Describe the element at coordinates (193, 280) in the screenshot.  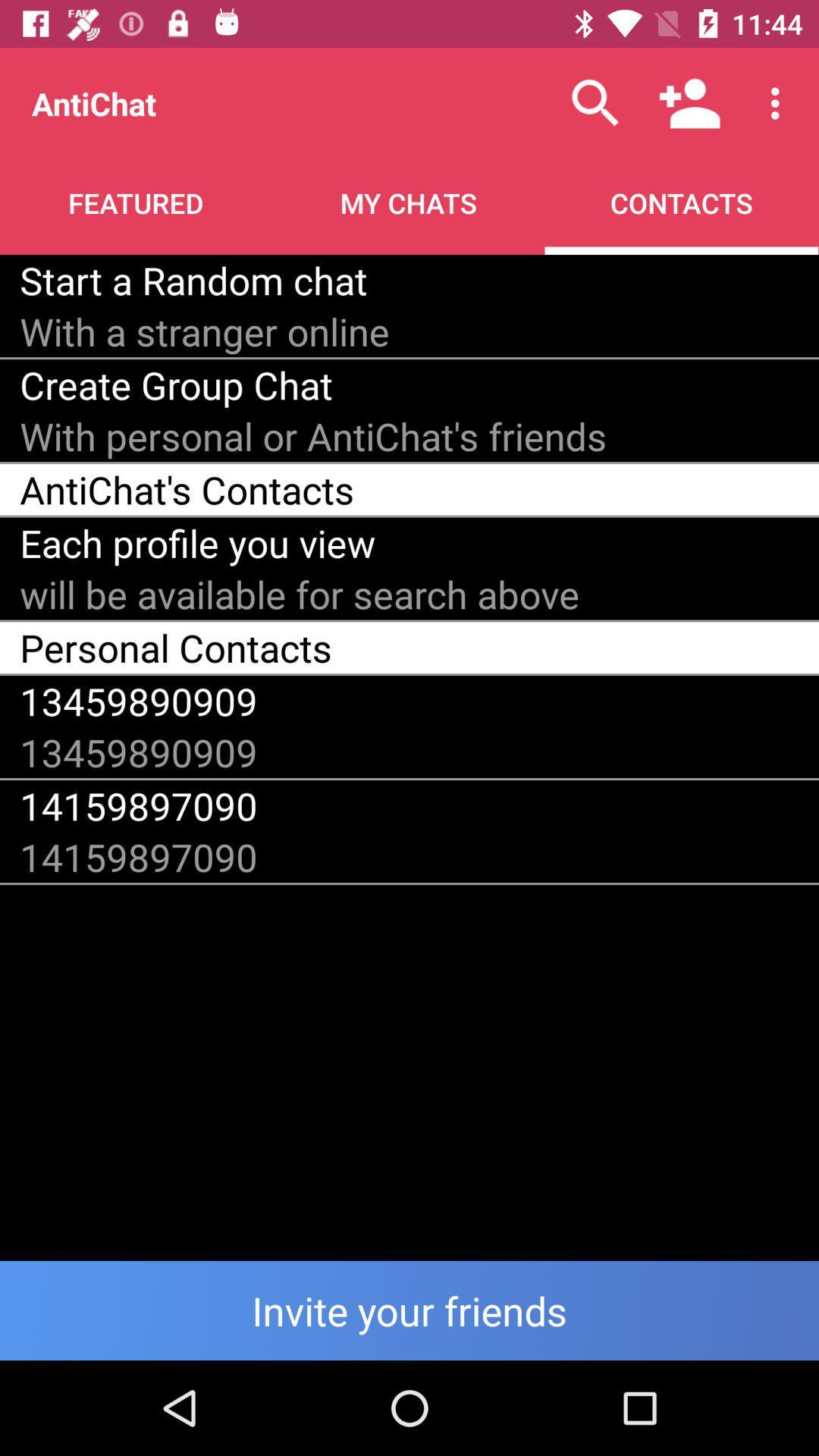
I see `the icon to the left of the contacts icon` at that location.